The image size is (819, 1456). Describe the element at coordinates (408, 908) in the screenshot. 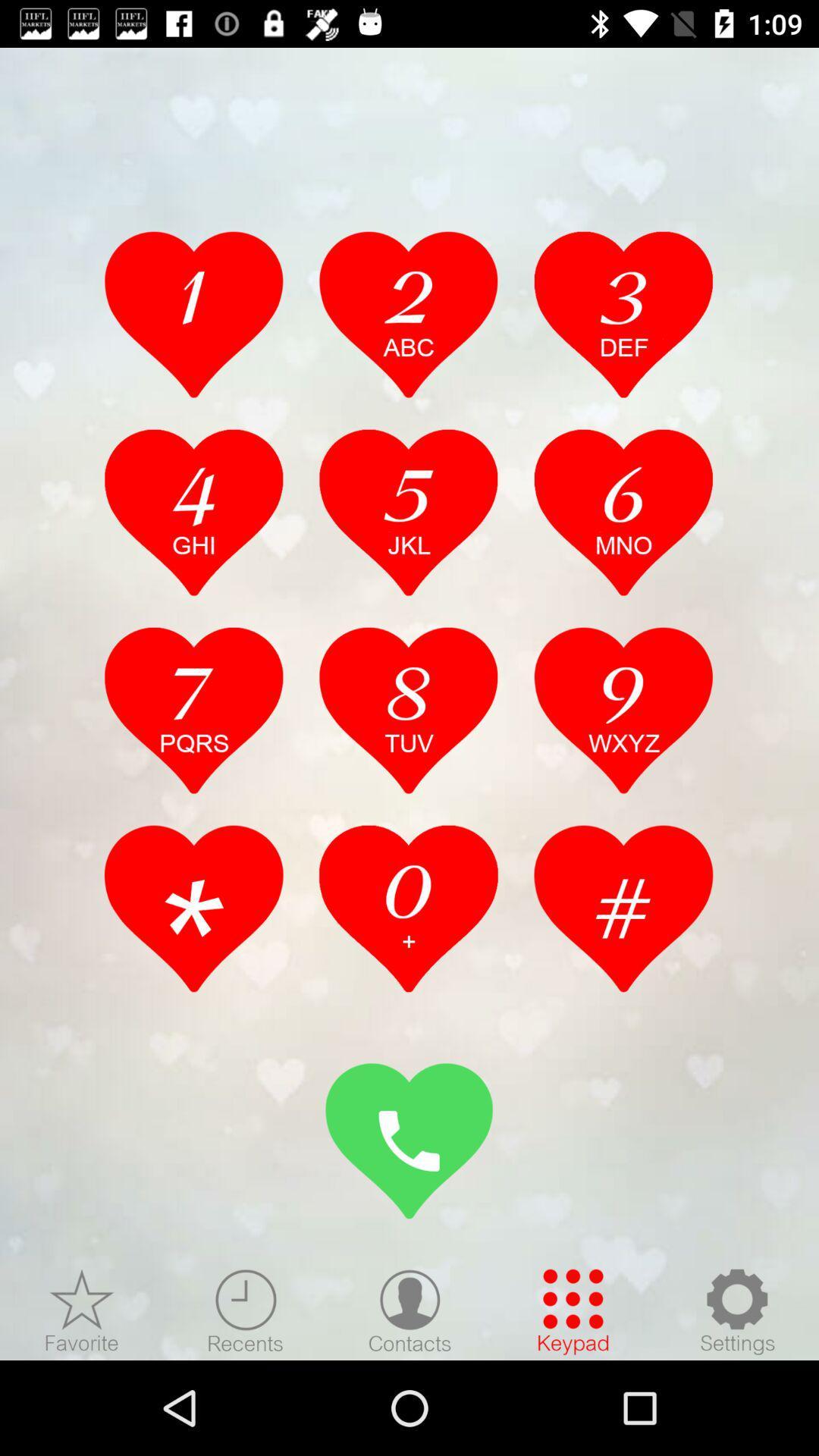

I see `zero` at that location.